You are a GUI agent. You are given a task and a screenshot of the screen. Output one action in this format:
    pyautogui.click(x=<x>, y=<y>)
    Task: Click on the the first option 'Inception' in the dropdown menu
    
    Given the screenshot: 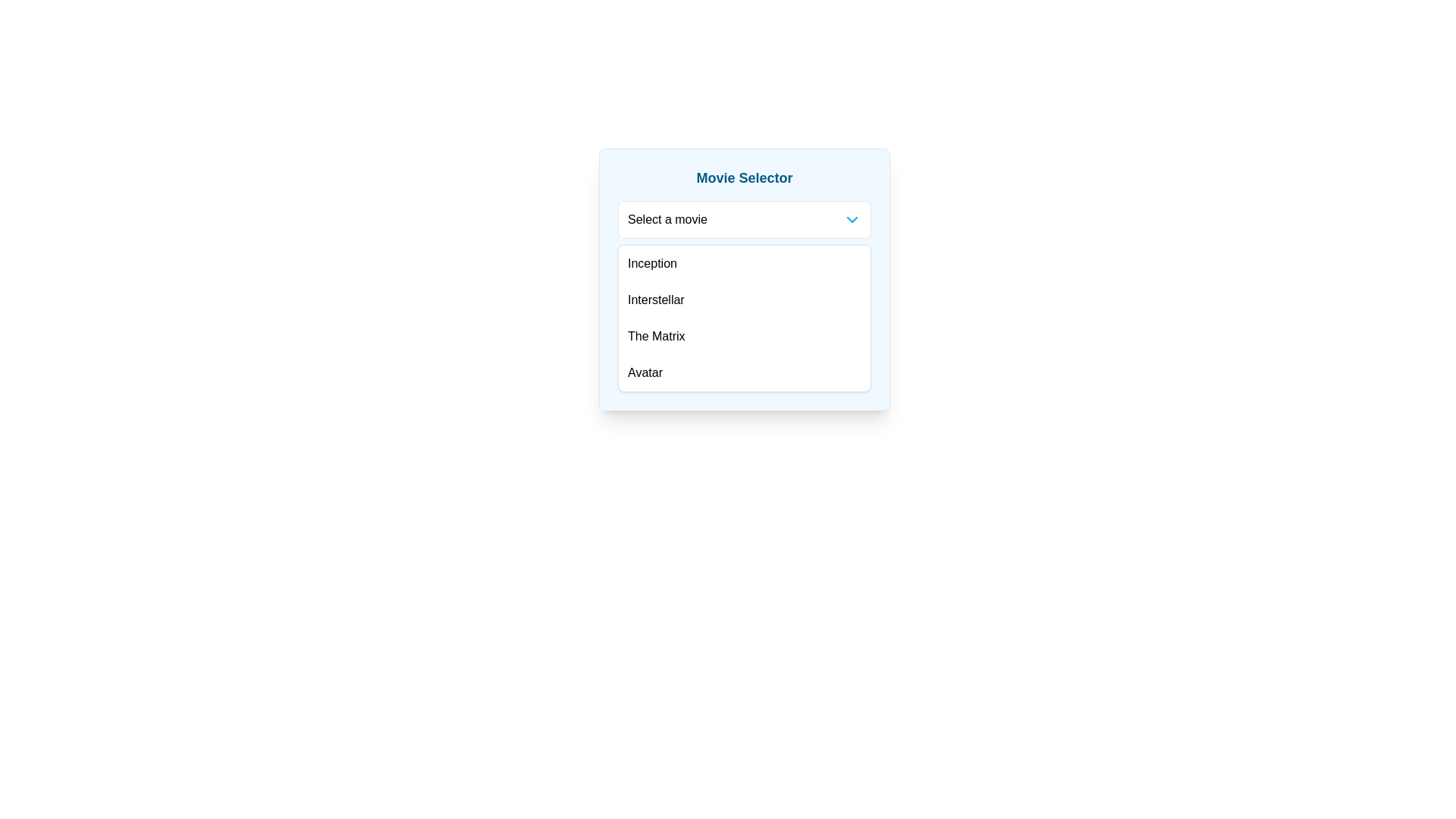 What is the action you would take?
    pyautogui.click(x=652, y=262)
    